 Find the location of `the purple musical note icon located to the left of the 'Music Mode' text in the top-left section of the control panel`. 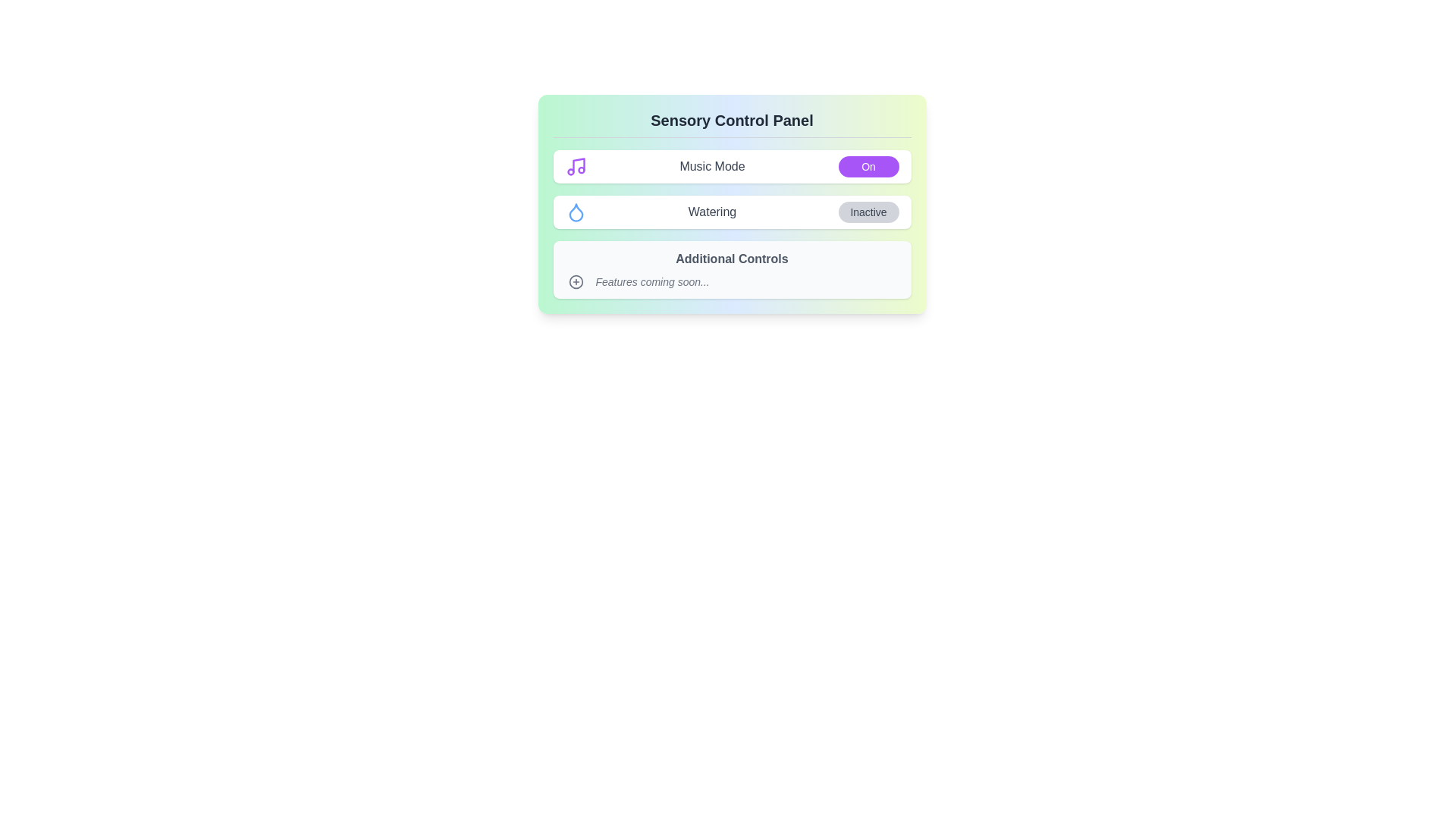

the purple musical note icon located to the left of the 'Music Mode' text in the top-left section of the control panel is located at coordinates (575, 166).